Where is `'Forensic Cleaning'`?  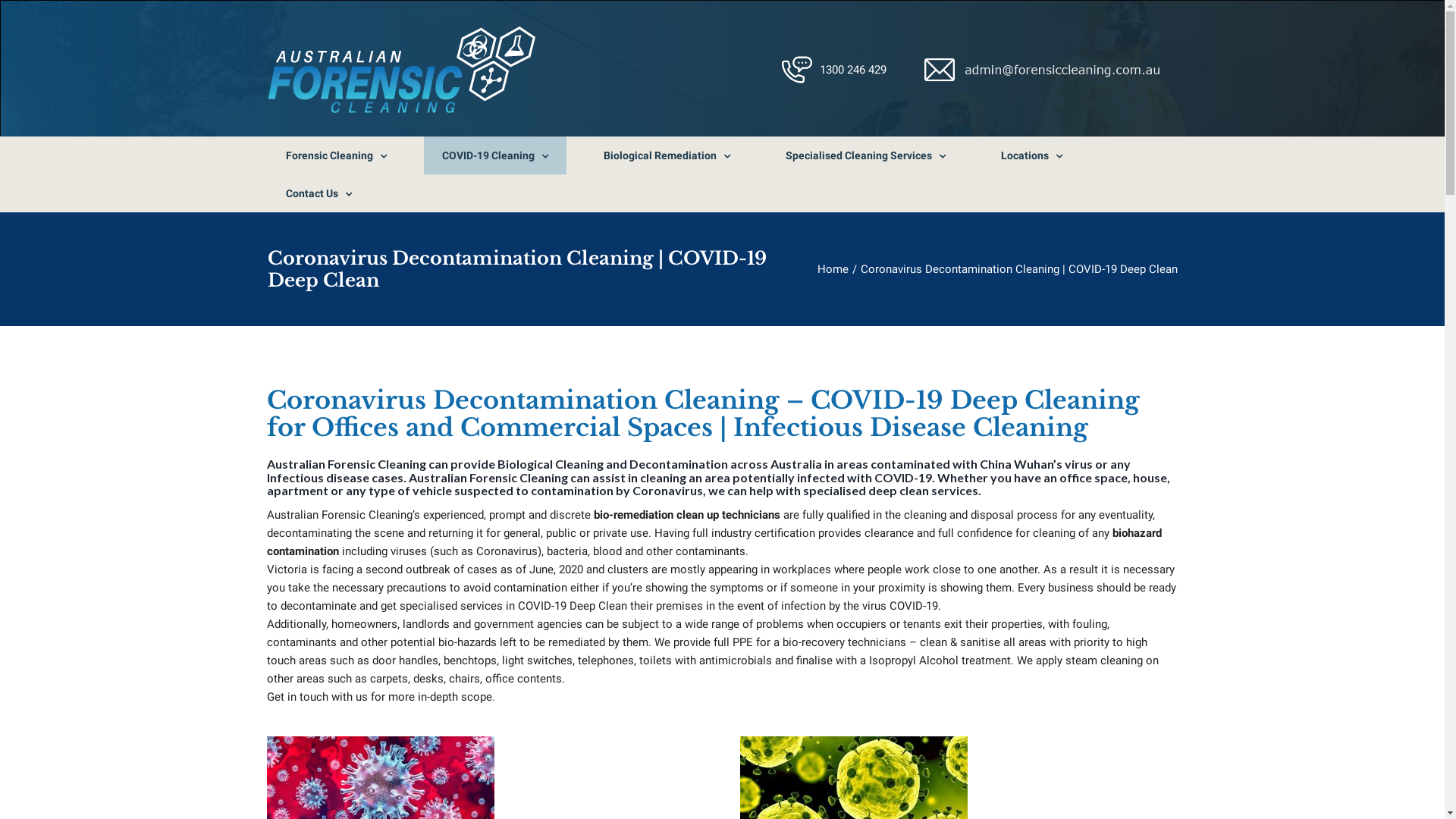 'Forensic Cleaning' is located at coordinates (266, 155).